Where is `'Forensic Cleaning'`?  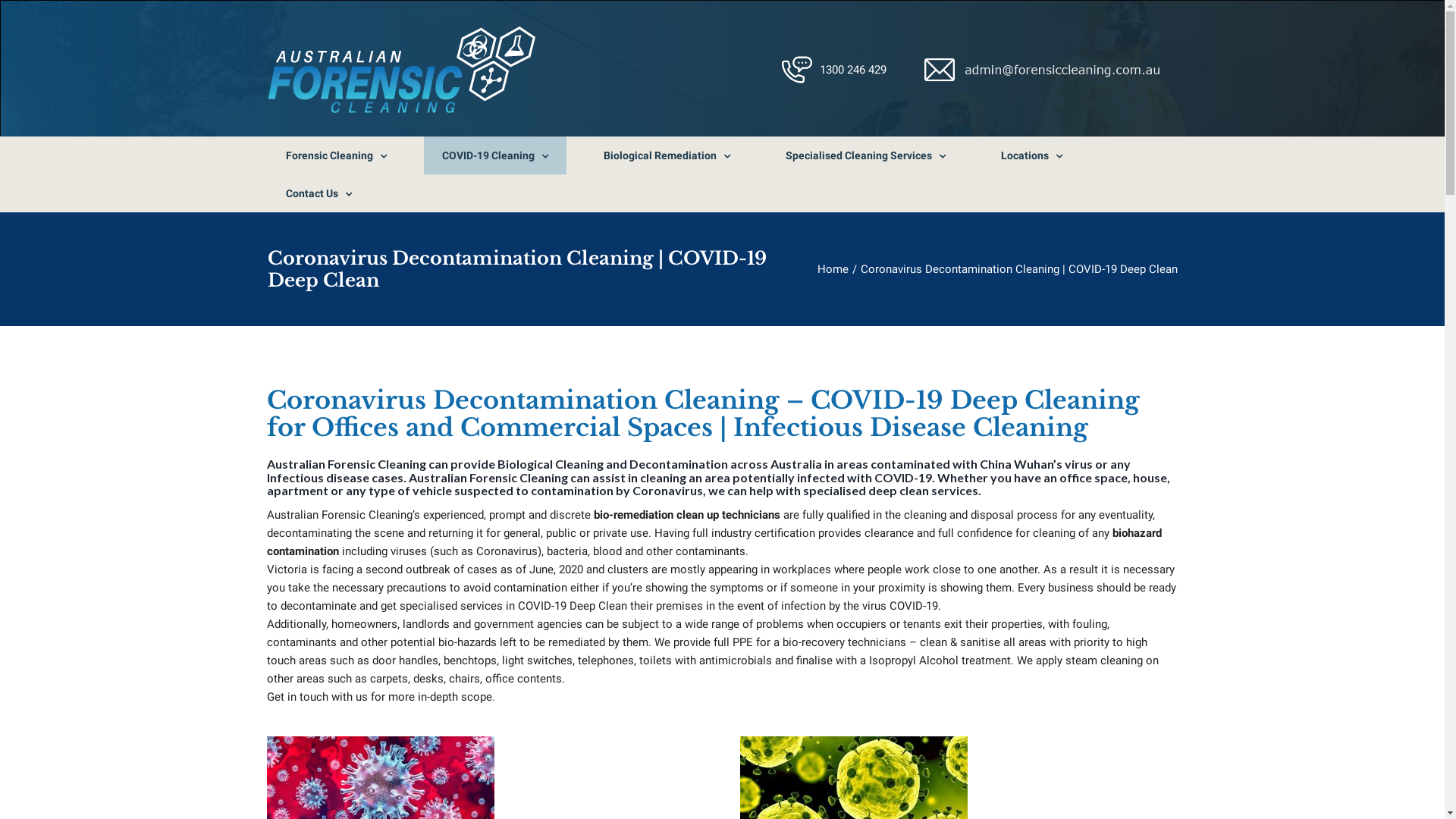 'Forensic Cleaning' is located at coordinates (266, 155).